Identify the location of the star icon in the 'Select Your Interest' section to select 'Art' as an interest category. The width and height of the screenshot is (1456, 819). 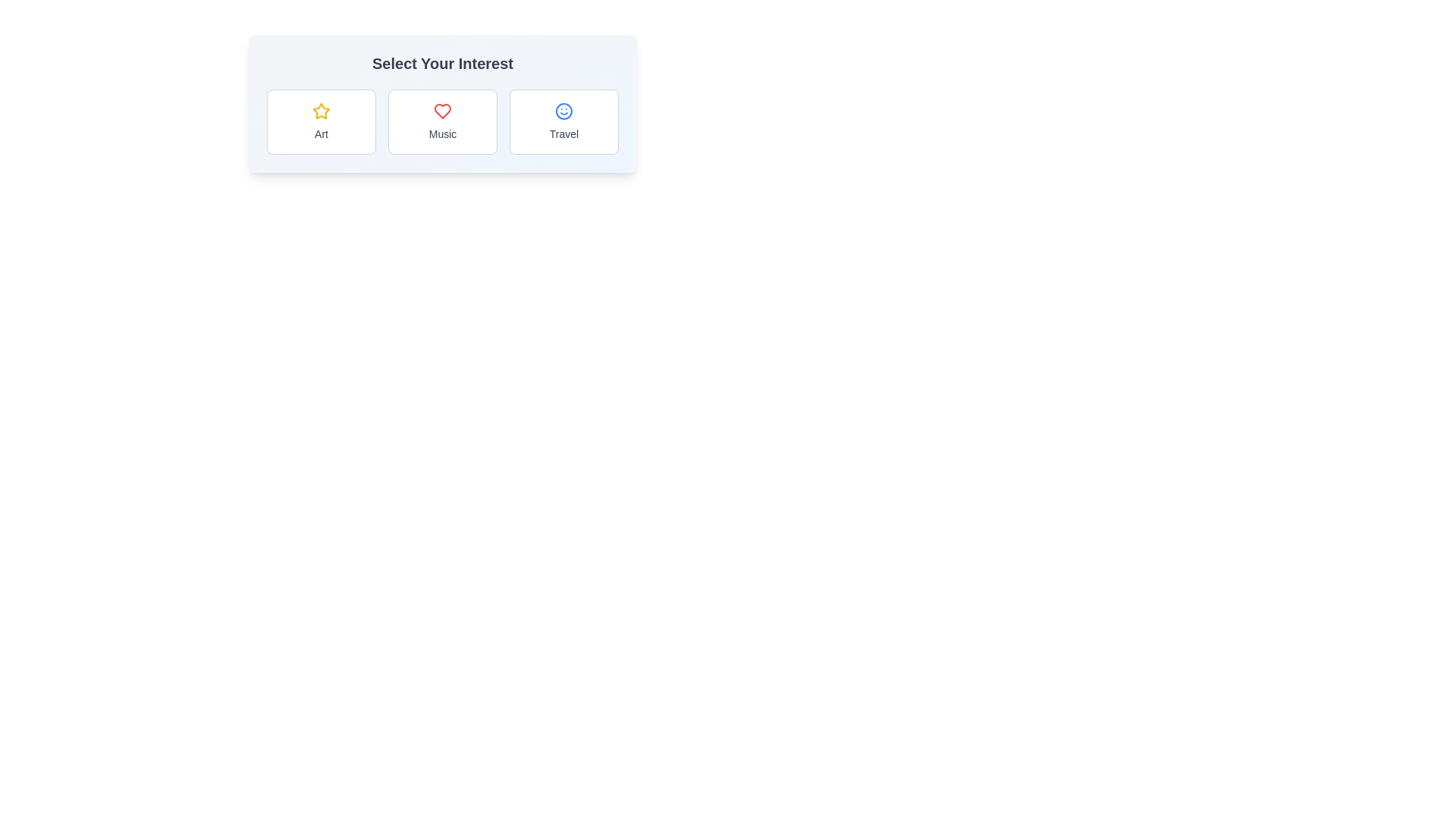
(320, 110).